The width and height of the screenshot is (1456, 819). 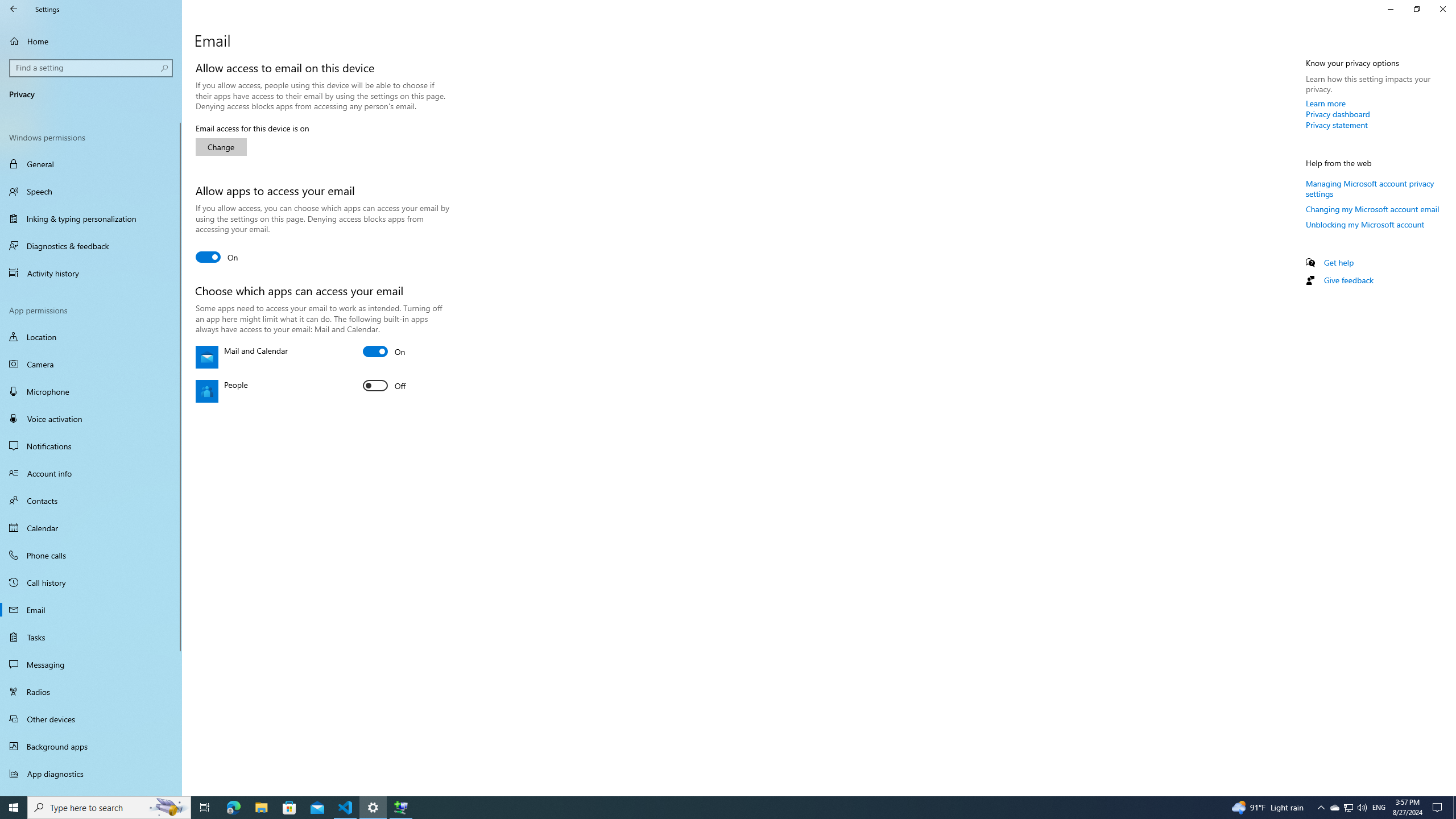 What do you see at coordinates (90, 246) in the screenshot?
I see `'Diagnostics & feedback'` at bounding box center [90, 246].